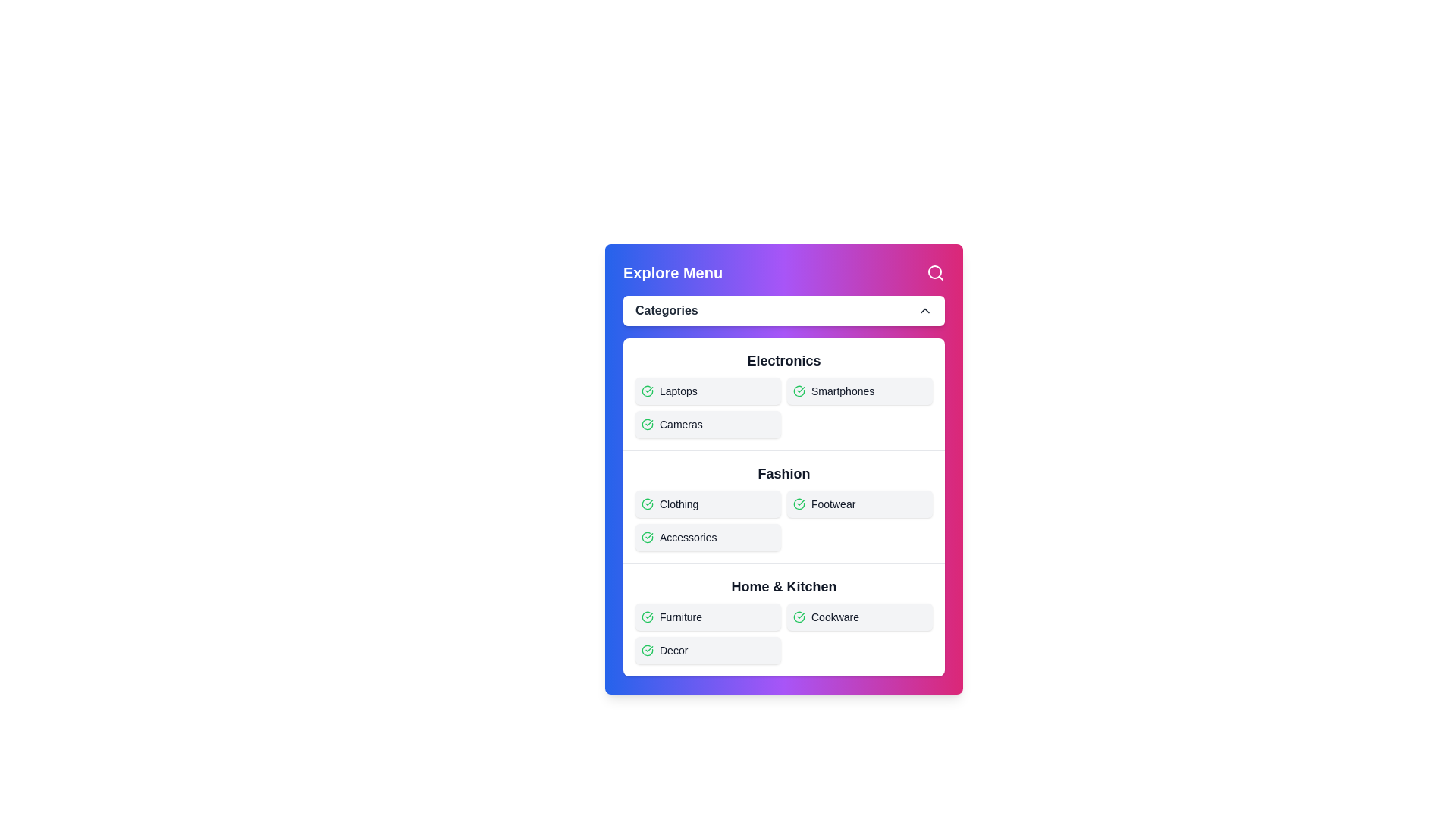 This screenshot has width=1456, height=819. I want to click on the 'Smartphones' selectable button, which is the second item in the grid under 'Electronics', to observe potential hover effects, so click(859, 391).